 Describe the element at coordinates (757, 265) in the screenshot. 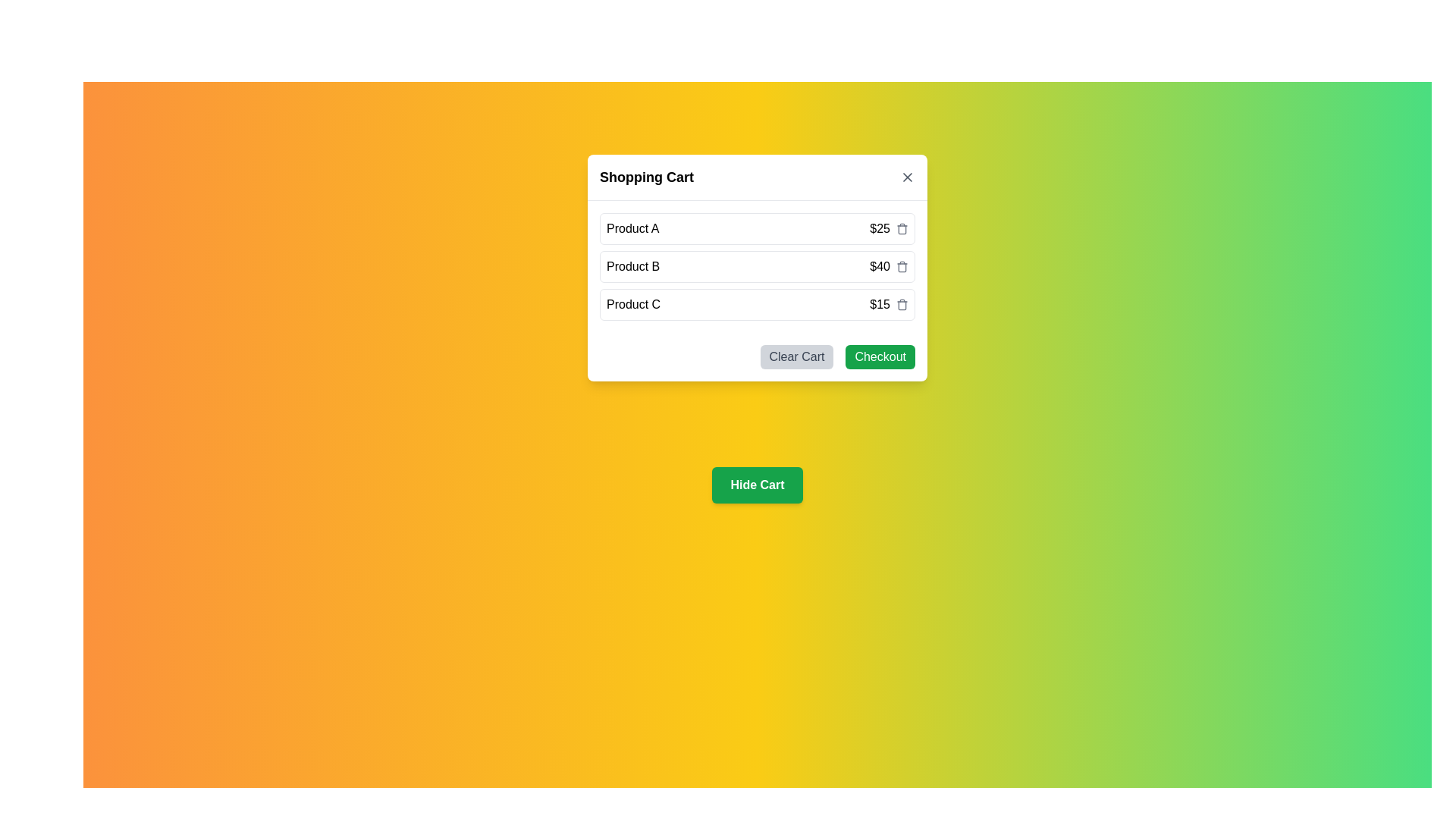

I see `the list of products displayed in the shopping cart modal, which is centrally located below the 'Shopping Cart' header` at that location.